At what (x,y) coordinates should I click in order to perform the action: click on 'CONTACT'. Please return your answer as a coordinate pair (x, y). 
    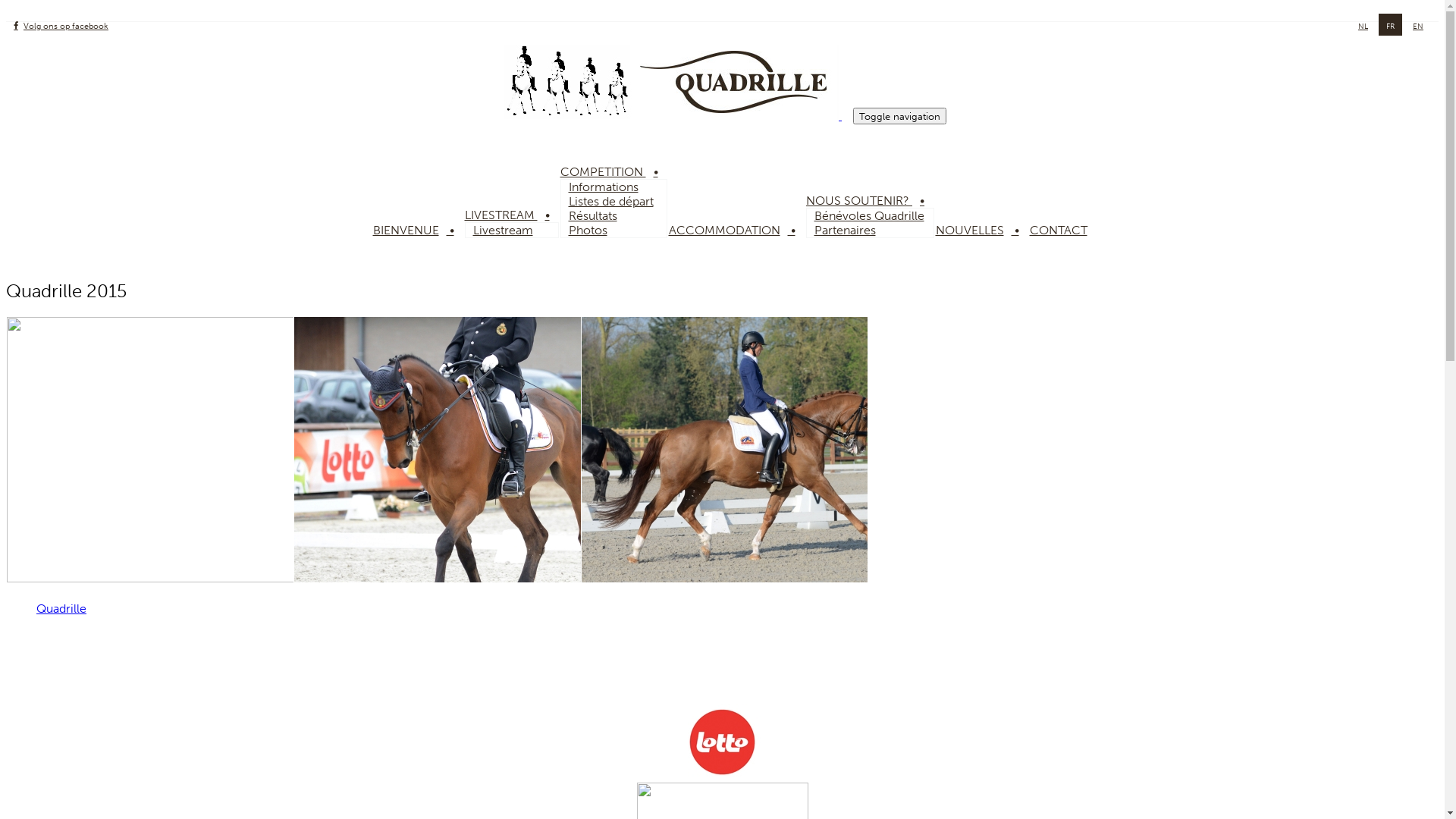
    Looking at the image, I should click on (1065, 230).